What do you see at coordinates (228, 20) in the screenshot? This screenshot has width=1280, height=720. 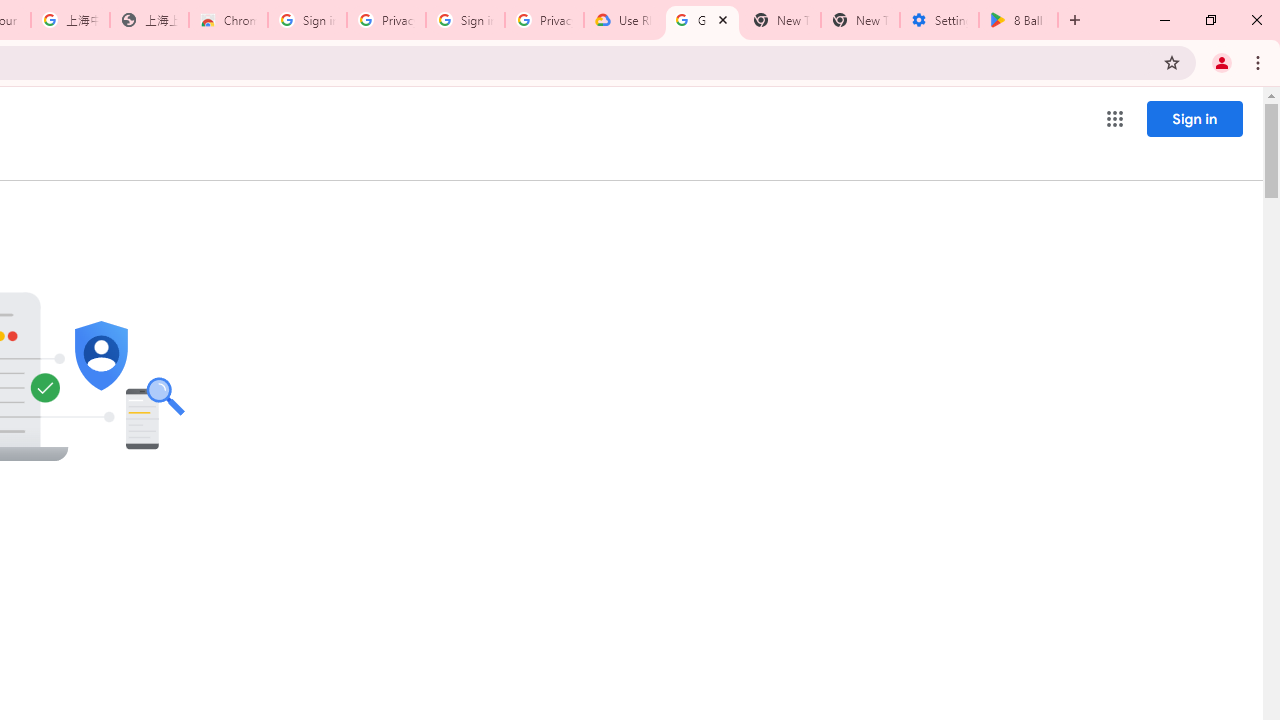 I see `'Chrome Web Store - Color themes by Chrome'` at bounding box center [228, 20].